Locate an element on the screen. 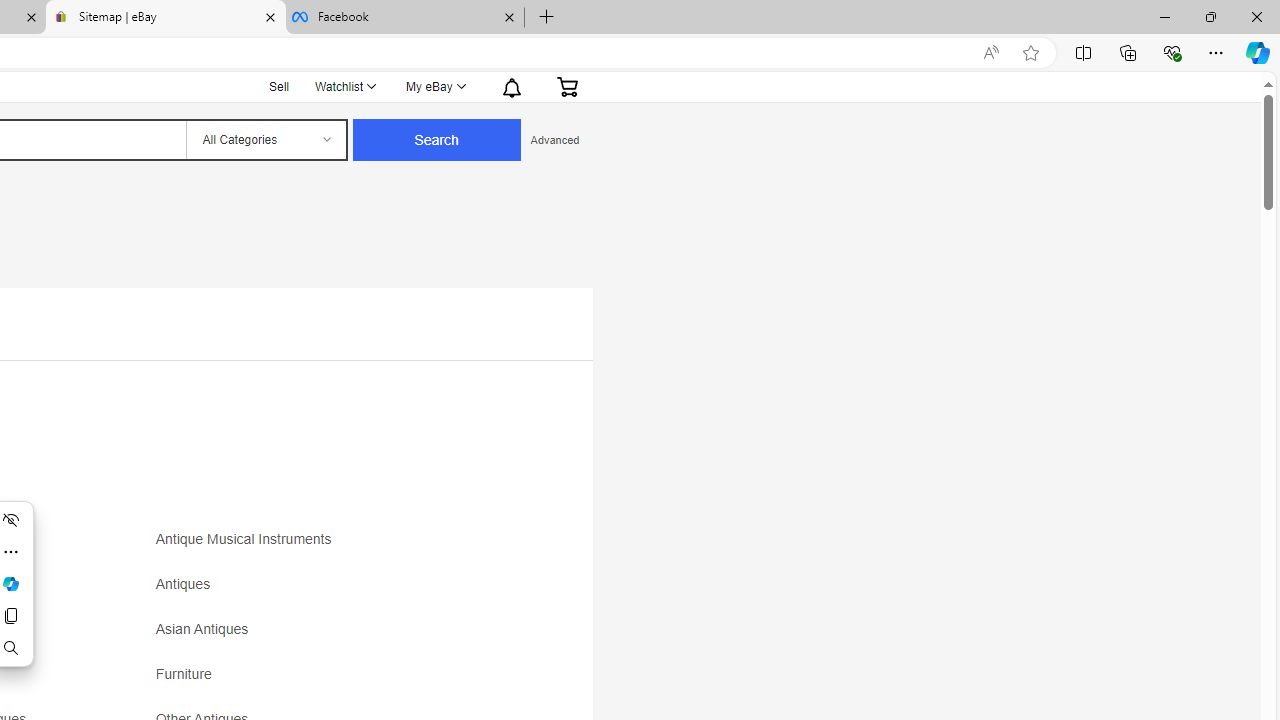 The height and width of the screenshot is (720, 1280). 'Antique Musical Instruments' is located at coordinates (247, 538).